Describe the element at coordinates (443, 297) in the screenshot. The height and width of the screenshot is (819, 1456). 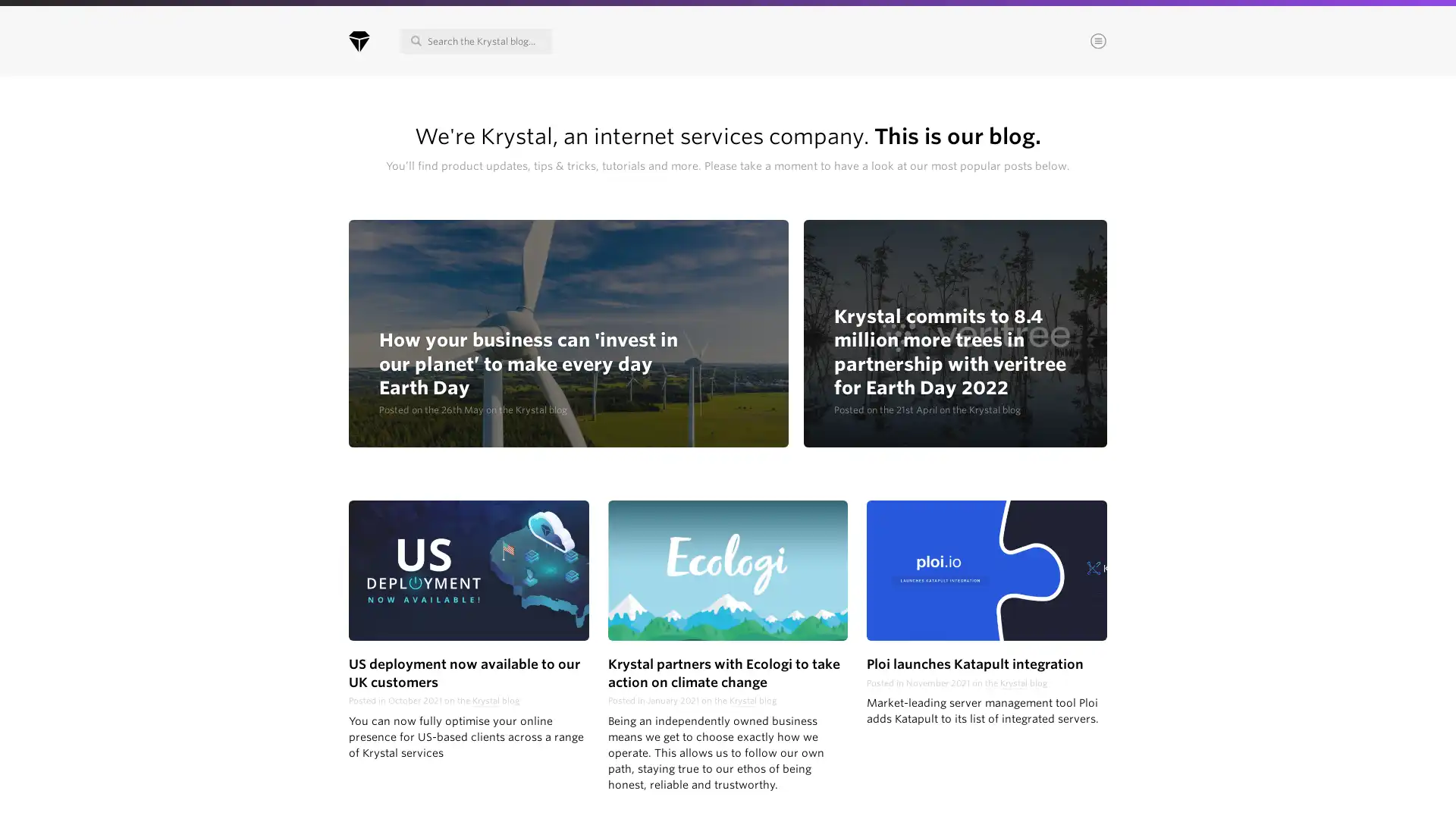
I see `Continue & choose areas of interest` at that location.